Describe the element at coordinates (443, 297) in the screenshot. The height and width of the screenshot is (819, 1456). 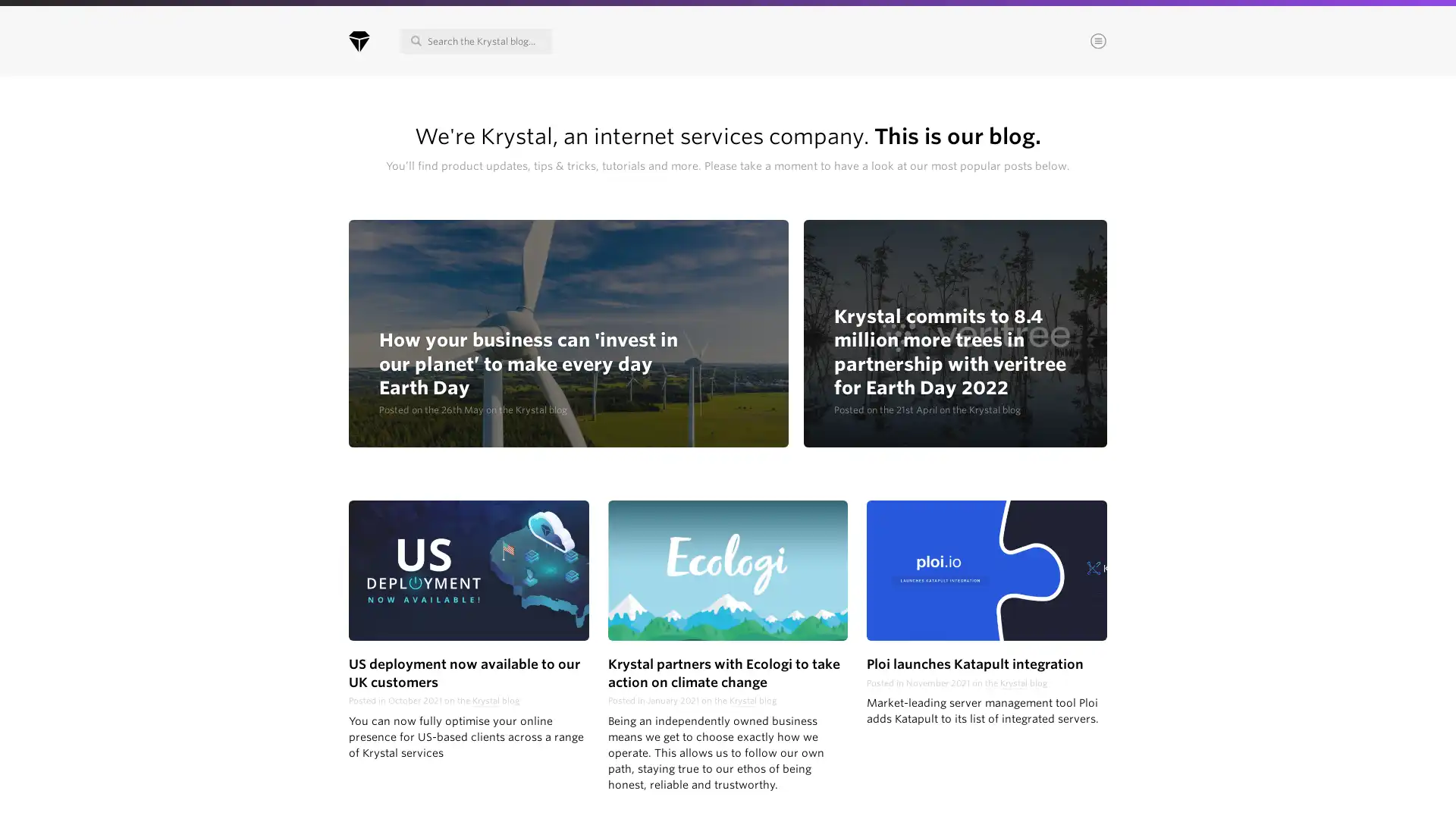
I see `Continue & choose areas of interest` at that location.